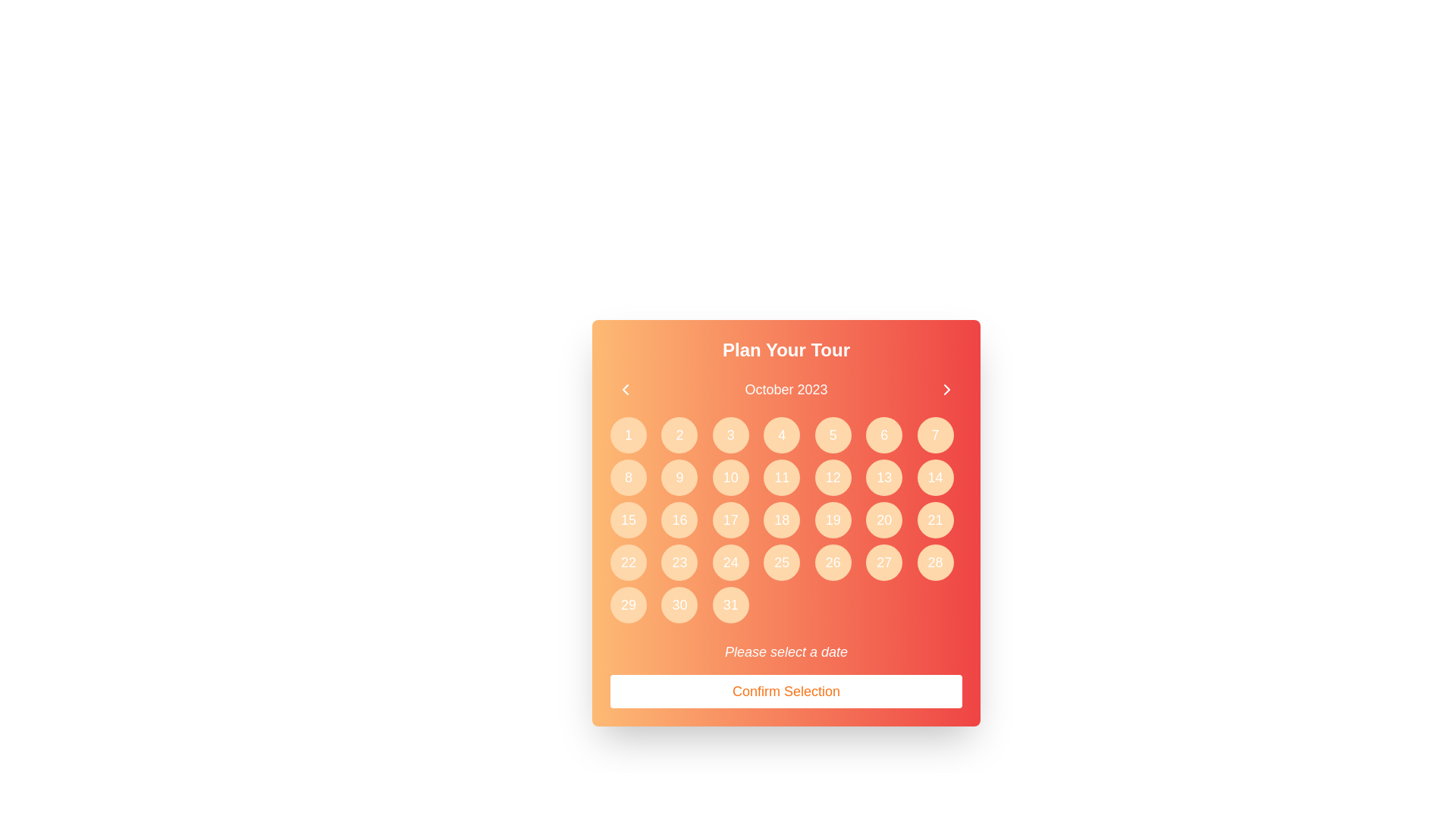  What do you see at coordinates (884, 476) in the screenshot?
I see `the circular button with a light orange background and white text '13', located` at bounding box center [884, 476].